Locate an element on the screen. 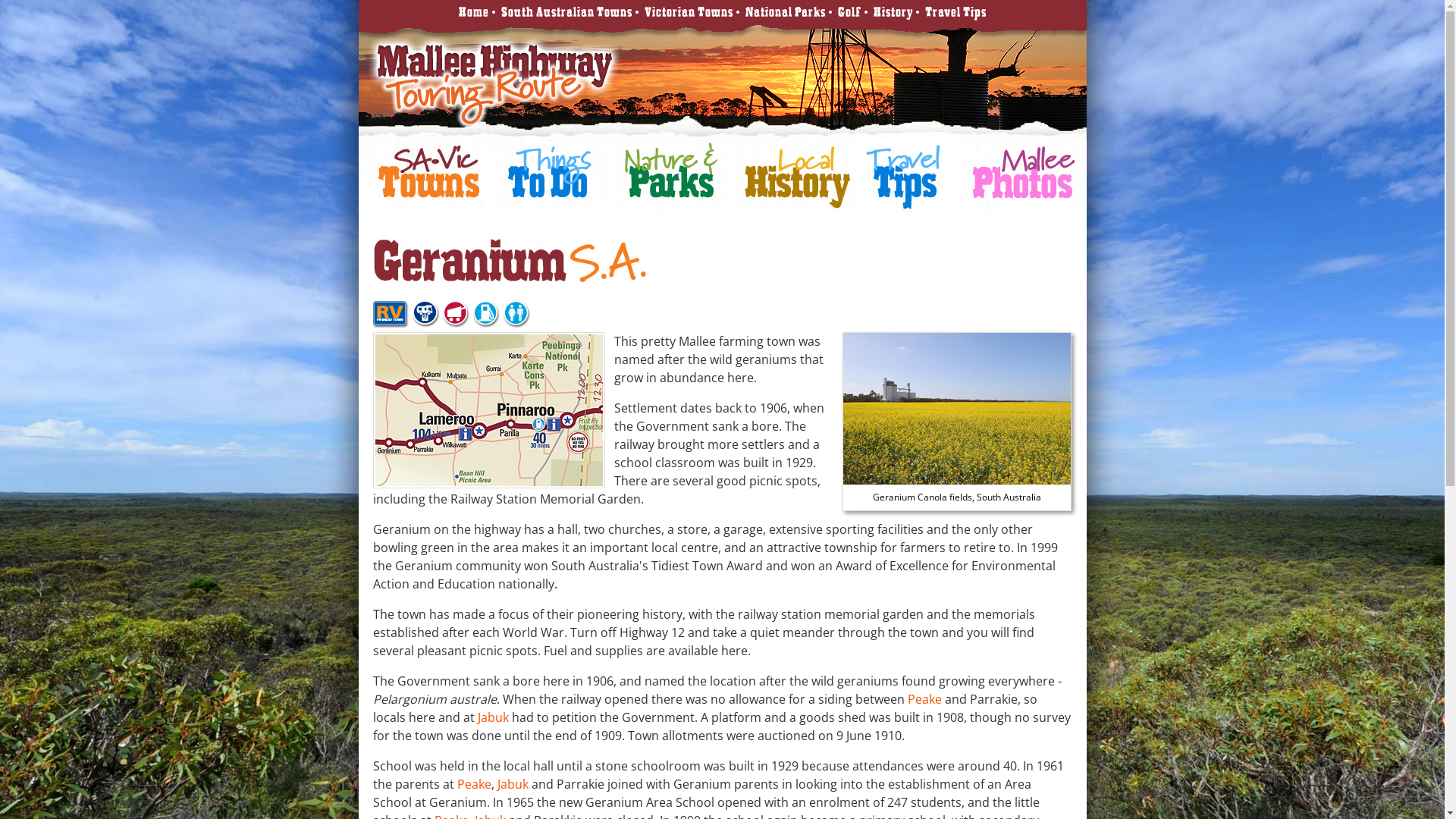 This screenshot has height=819, width=1456. 'History' is located at coordinates (893, 11).